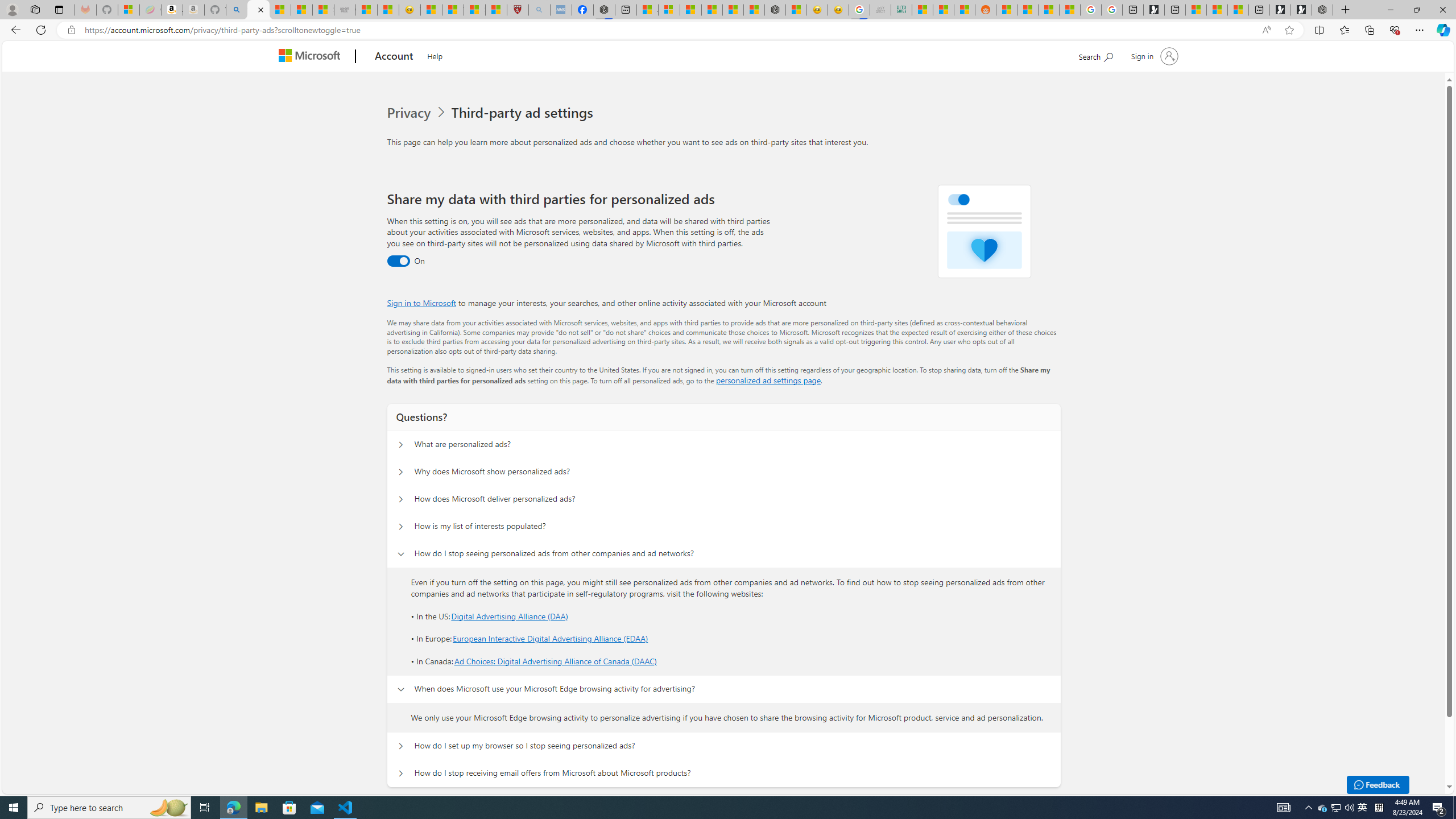 The image size is (1456, 819). What do you see at coordinates (401, 526) in the screenshot?
I see `'Questions? How is my list of interests populated?'` at bounding box center [401, 526].